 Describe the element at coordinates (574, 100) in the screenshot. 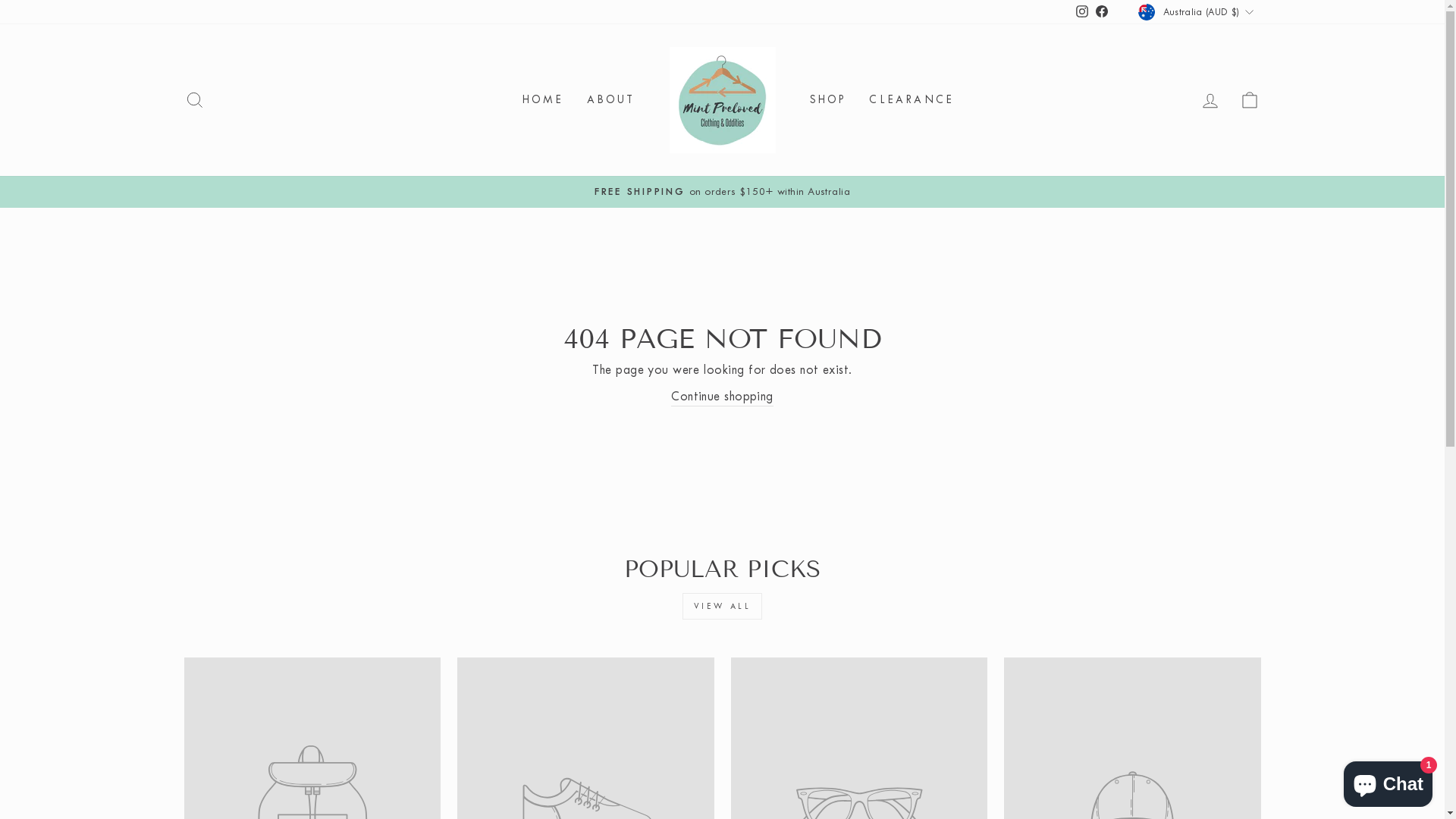

I see `'ABOUT'` at that location.